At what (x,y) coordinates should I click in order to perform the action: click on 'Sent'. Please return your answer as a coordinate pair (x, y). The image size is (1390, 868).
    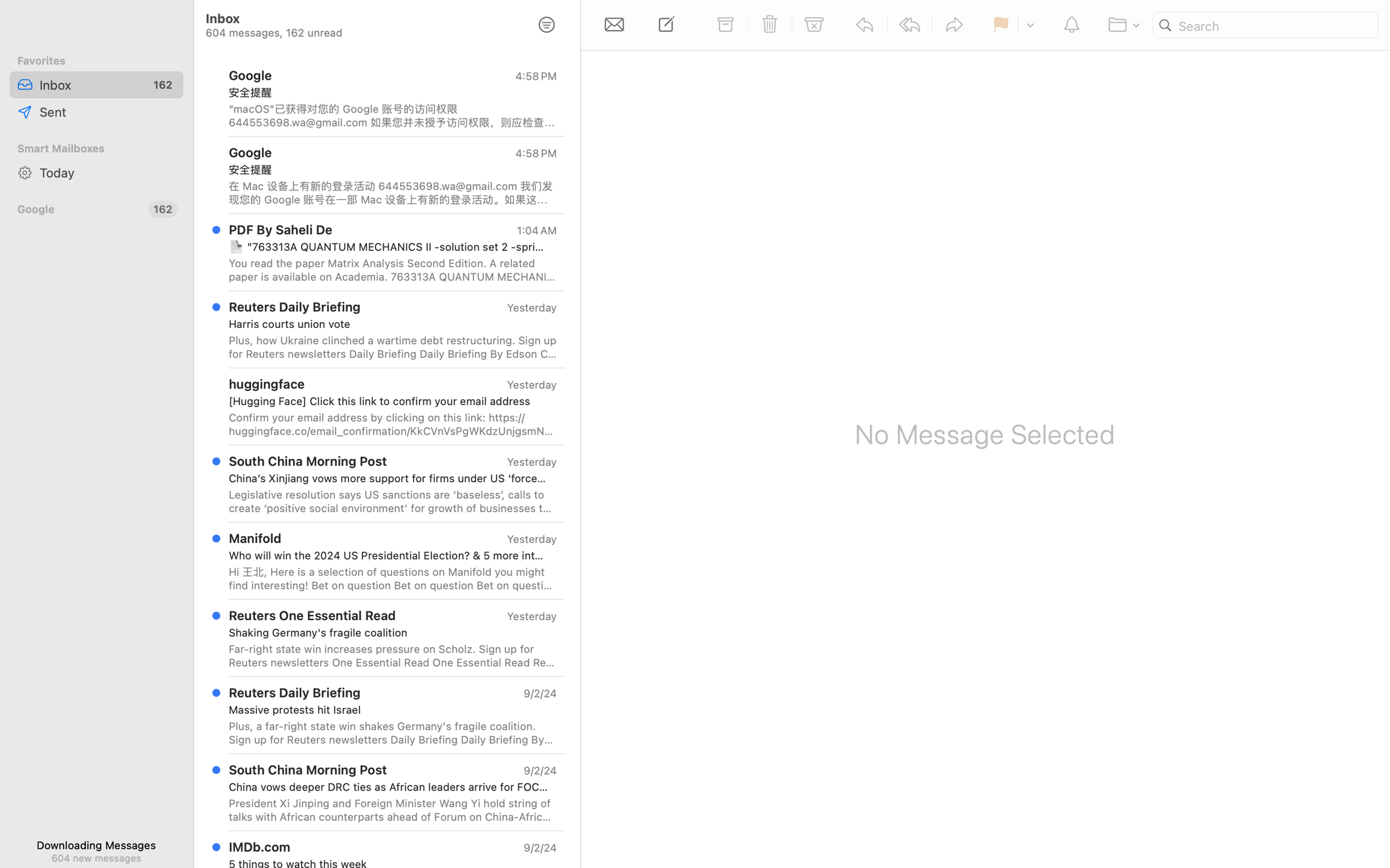
    Looking at the image, I should click on (107, 111).